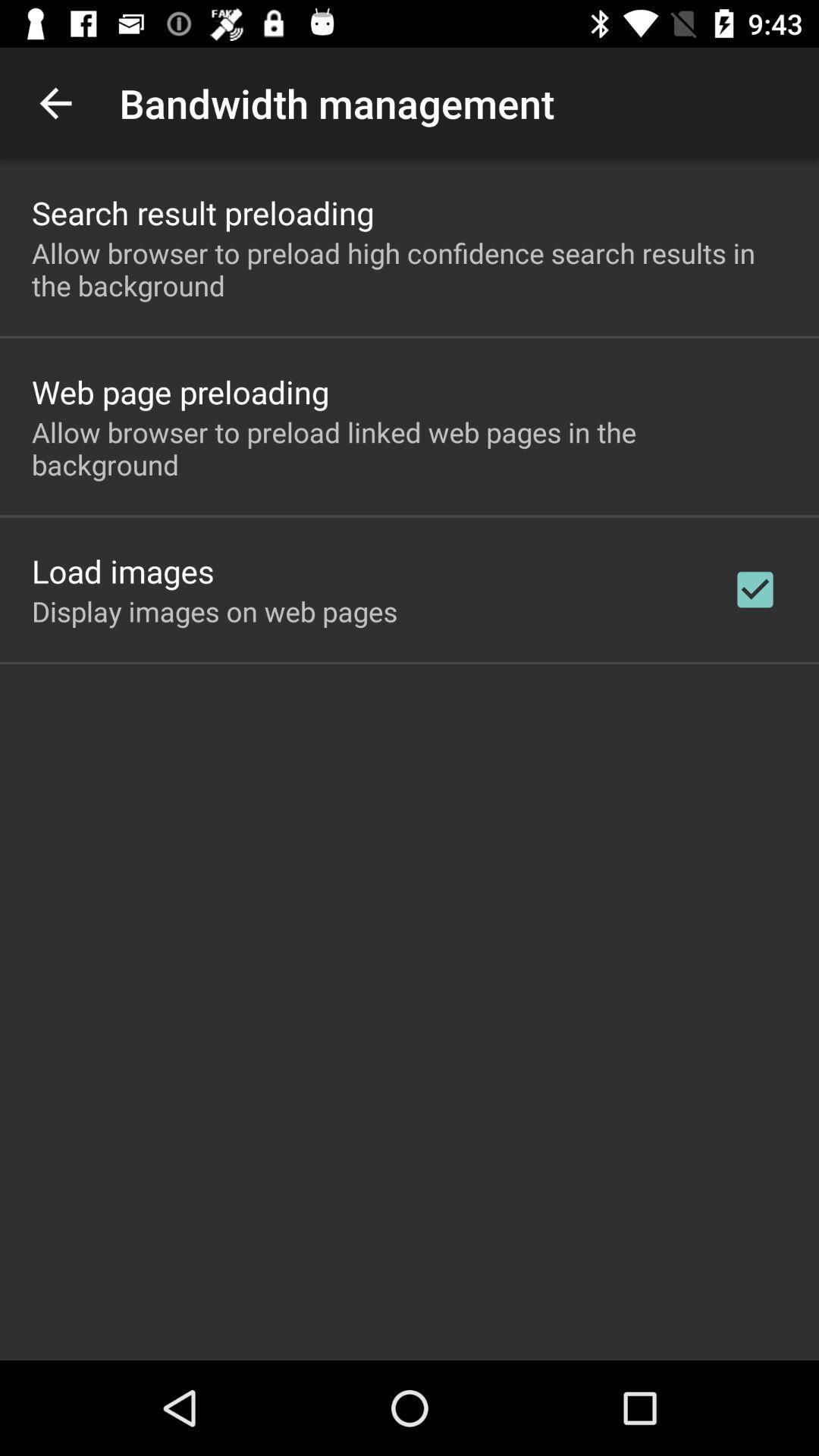 Image resolution: width=819 pixels, height=1456 pixels. What do you see at coordinates (55, 102) in the screenshot?
I see `icon next to bandwidth management app` at bounding box center [55, 102].